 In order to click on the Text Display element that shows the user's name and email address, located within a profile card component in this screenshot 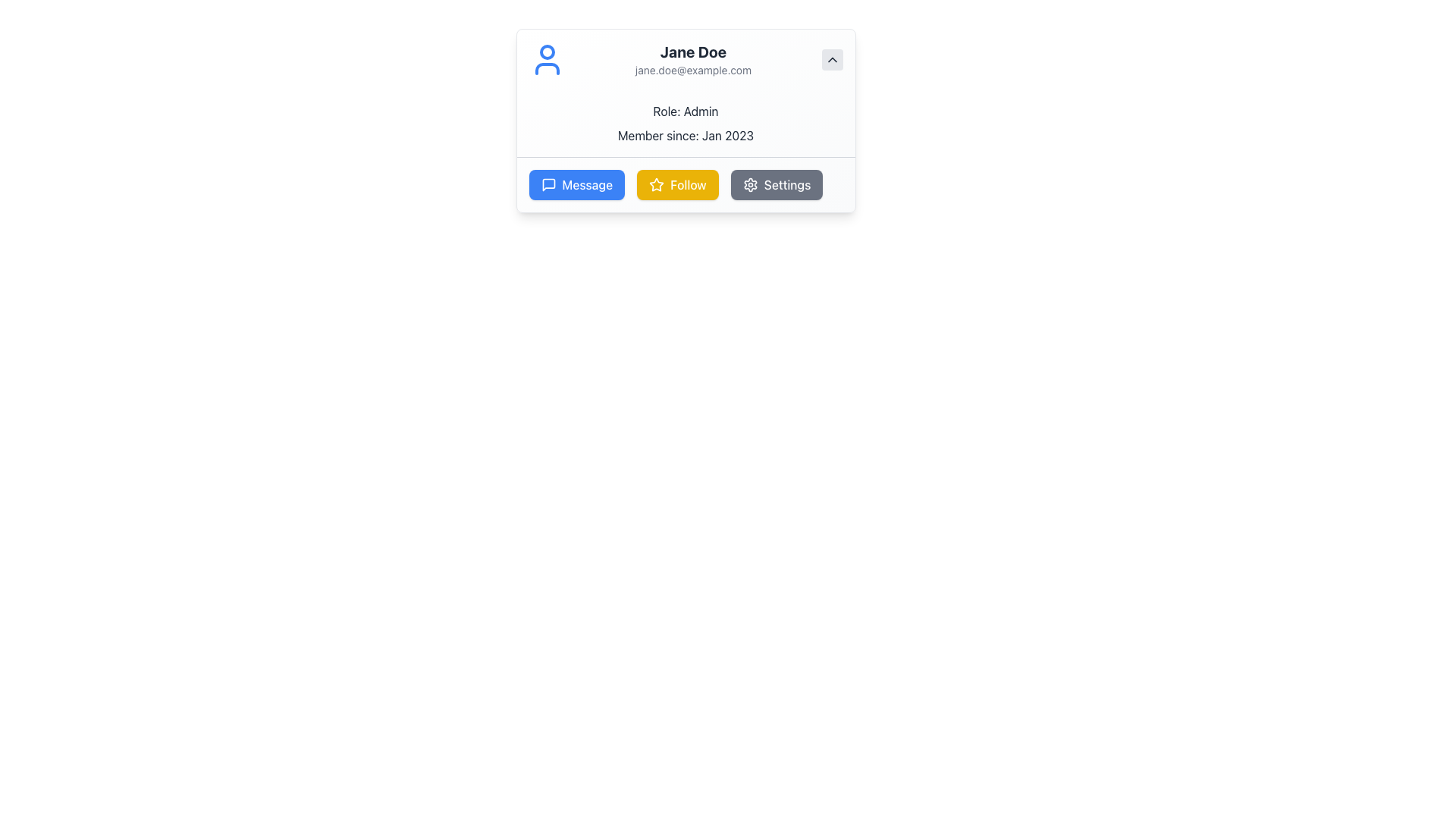, I will do `click(692, 58)`.